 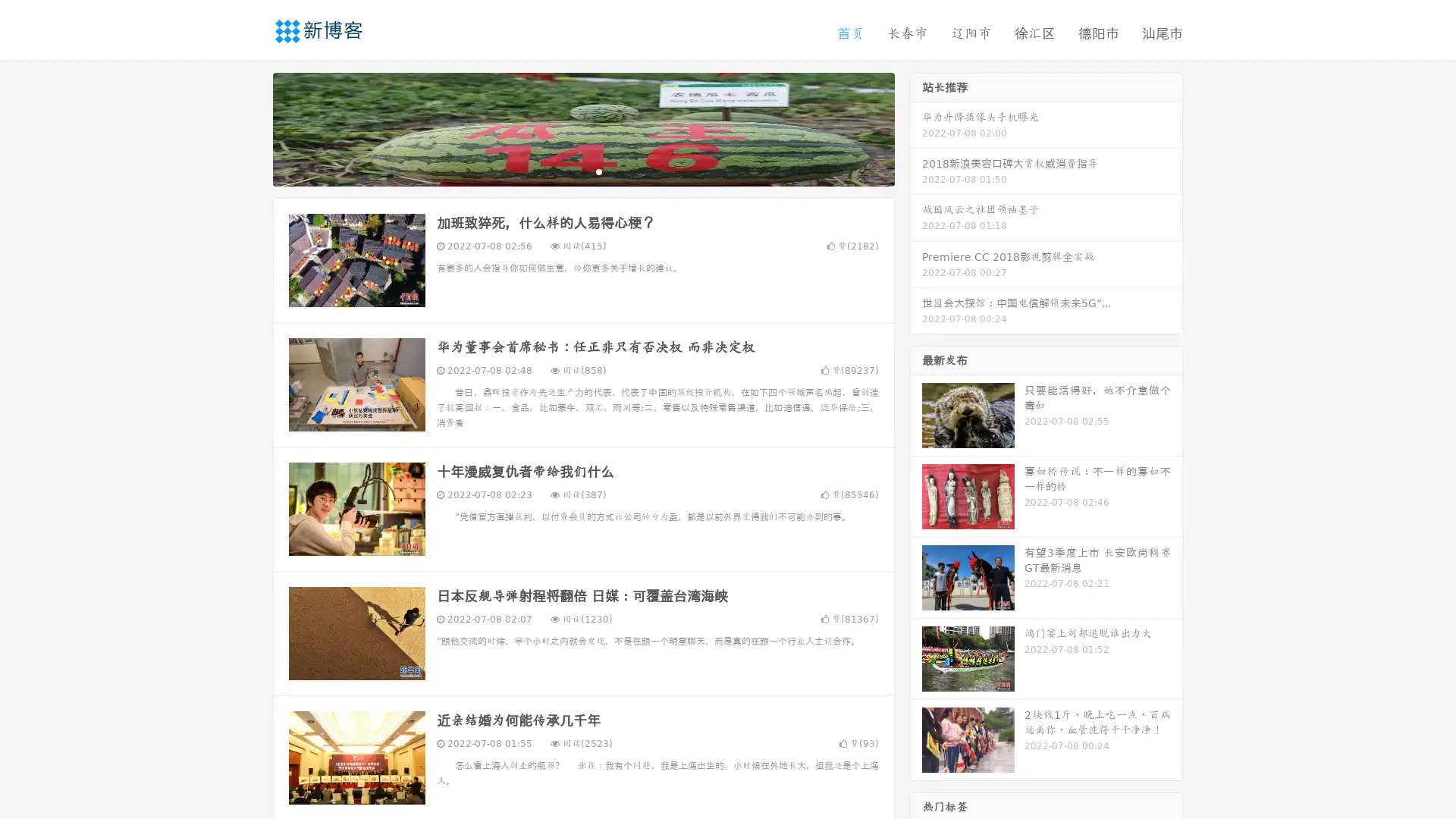 I want to click on Previous slide, so click(x=250, y=127).